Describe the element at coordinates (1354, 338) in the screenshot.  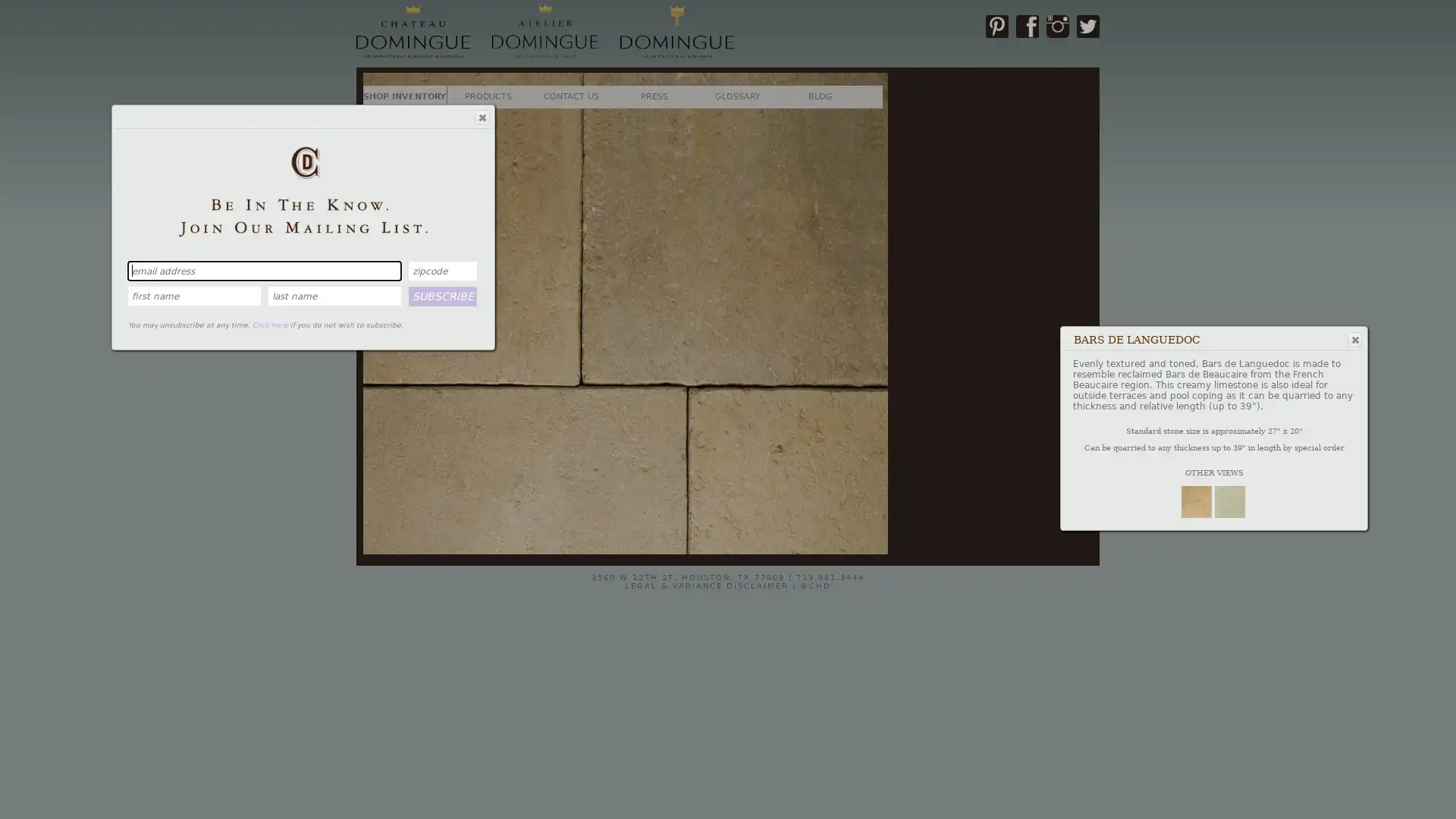
I see `Close` at that location.